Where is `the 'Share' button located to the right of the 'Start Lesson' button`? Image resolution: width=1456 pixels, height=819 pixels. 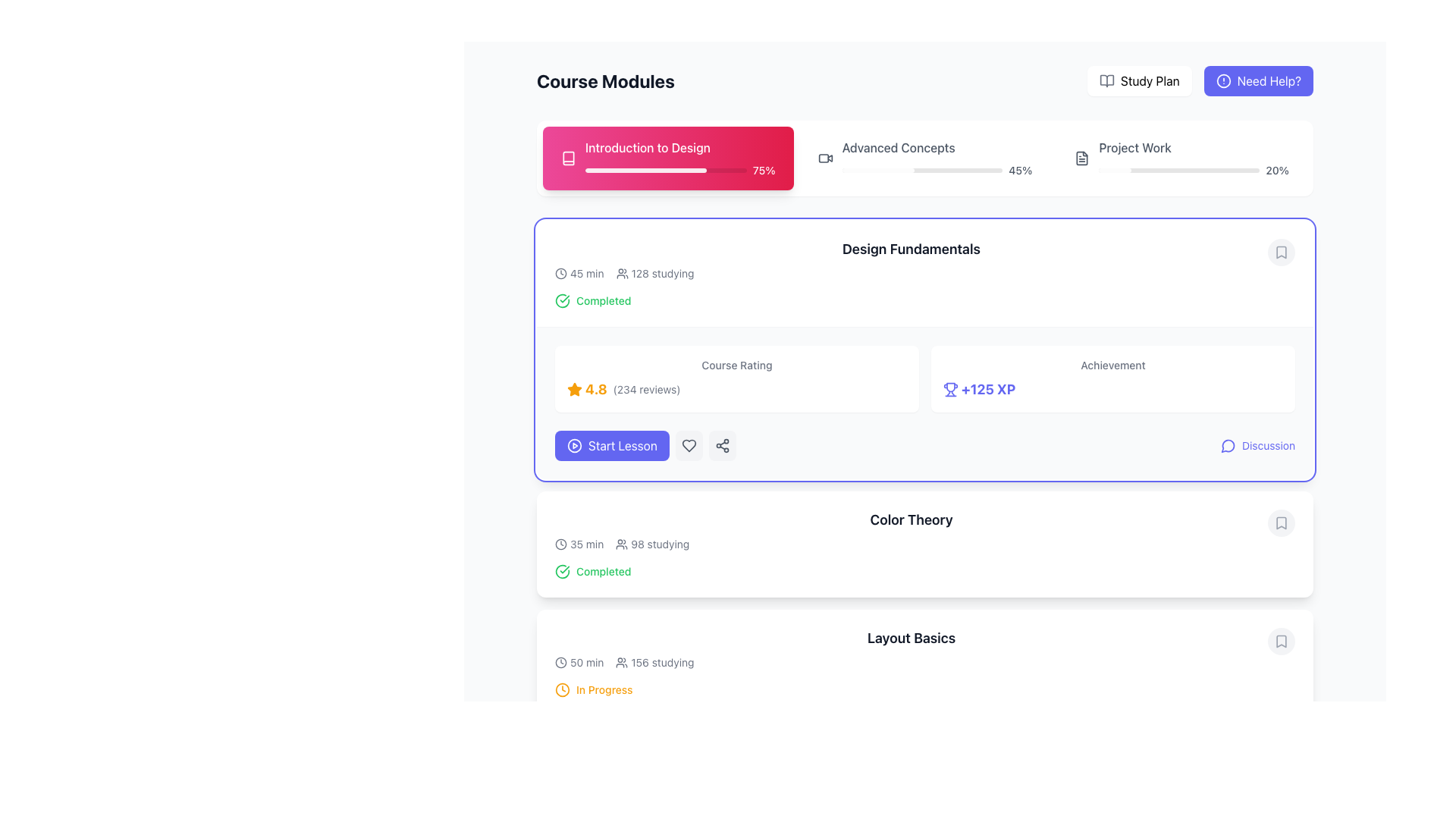 the 'Share' button located to the right of the 'Start Lesson' button is located at coordinates (721, 444).